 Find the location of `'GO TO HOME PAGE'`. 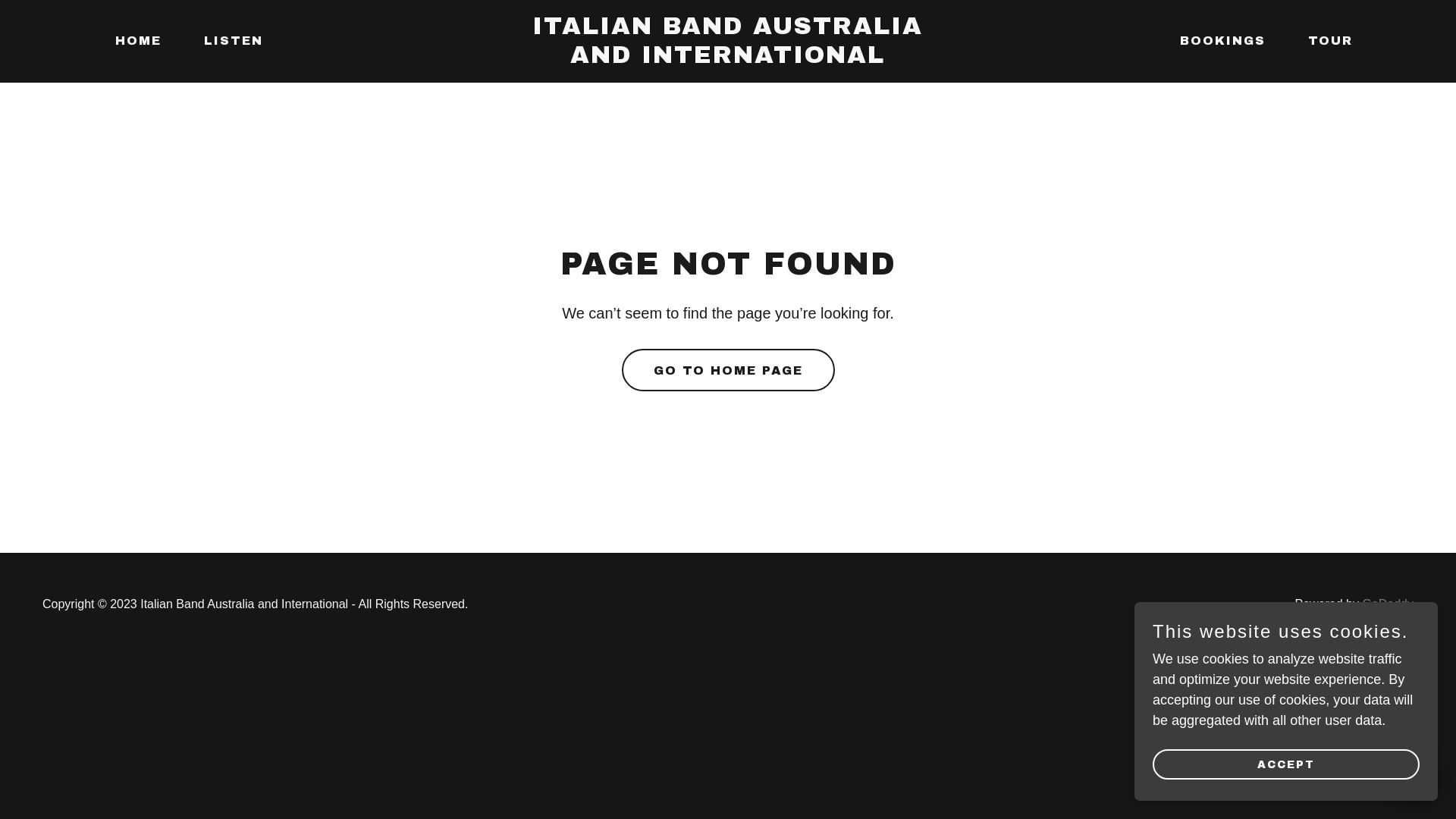

'GO TO HOME PAGE' is located at coordinates (622, 370).